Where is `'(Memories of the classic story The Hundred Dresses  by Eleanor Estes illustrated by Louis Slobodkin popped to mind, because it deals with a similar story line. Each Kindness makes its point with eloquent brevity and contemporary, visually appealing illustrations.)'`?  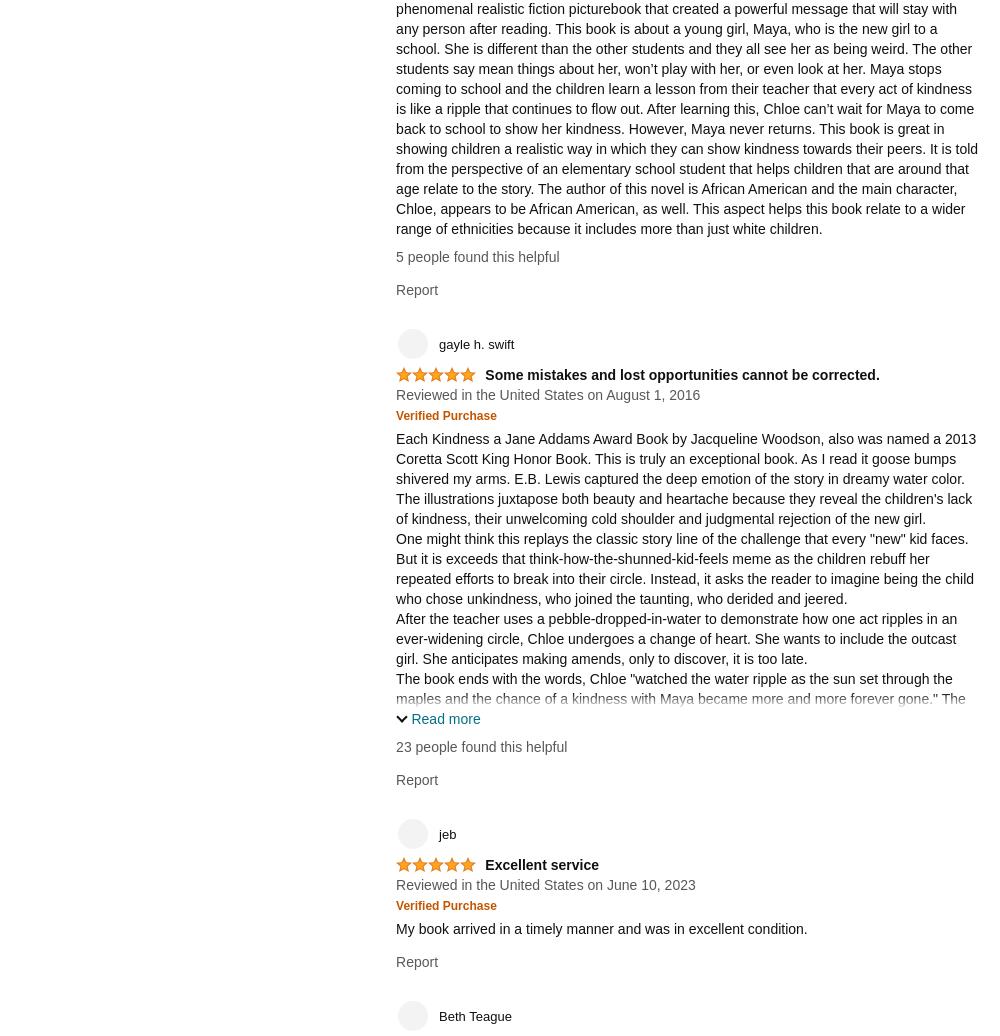 '(Memories of the classic story The Hundred Dresses  by Eleanor Estes illustrated by Louis Slobodkin popped to mind, because it deals with a similar story line. Each Kindness makes its point with eloquent brevity and contemporary, visually appealing illustrations.)' is located at coordinates (685, 879).